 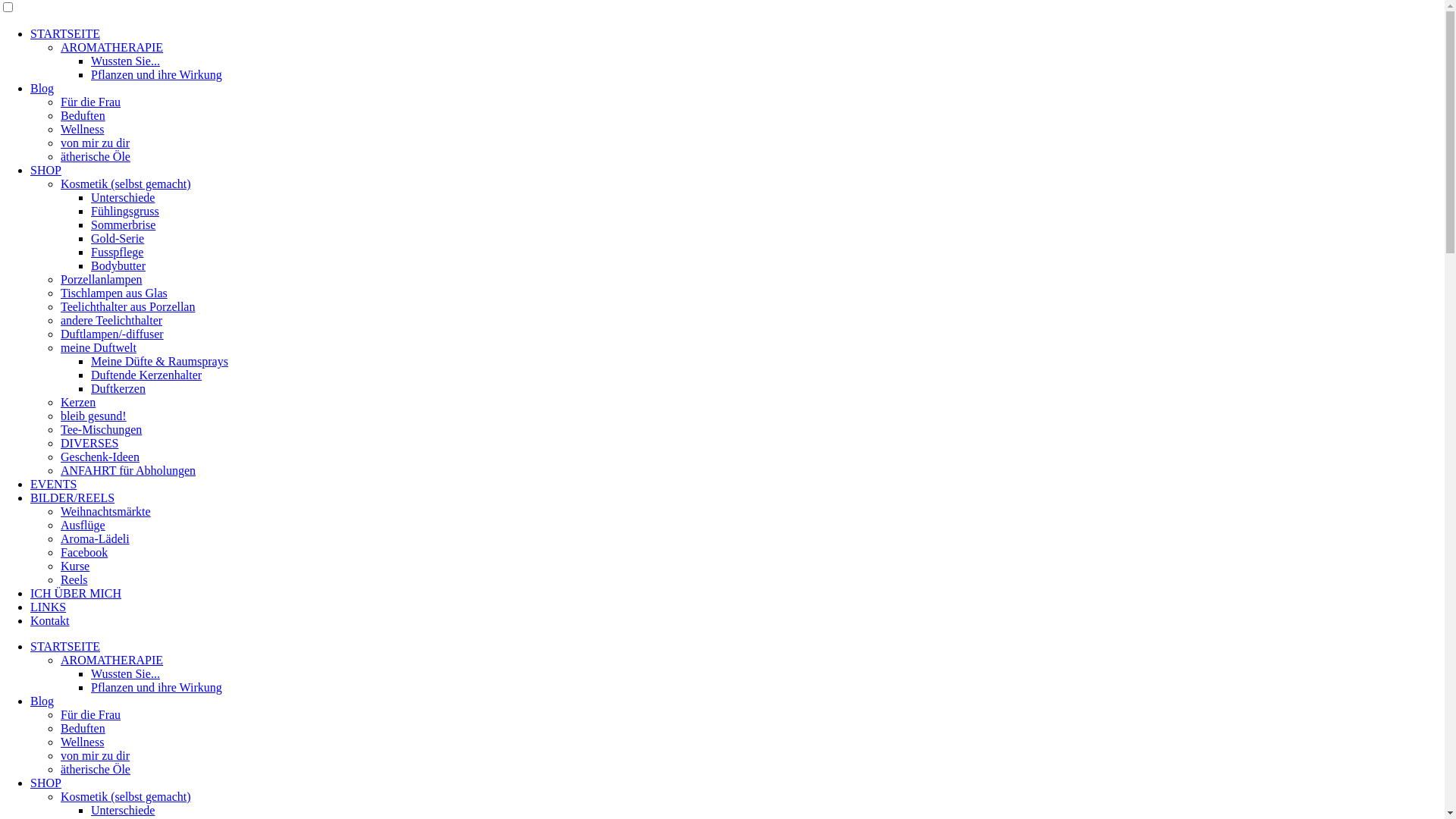 I want to click on 'AROMATHERAPIE', so click(x=111, y=46).